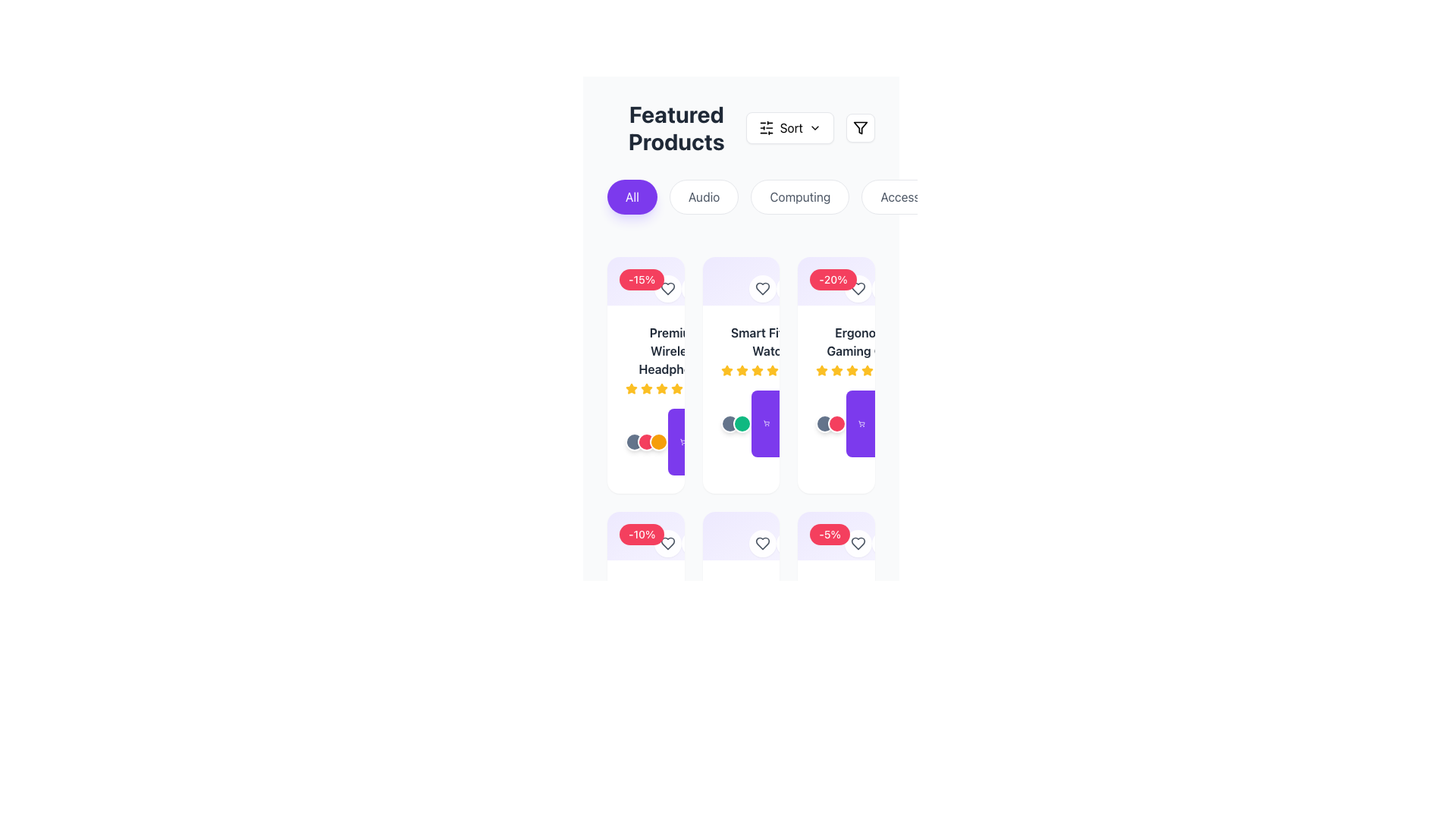 The width and height of the screenshot is (1456, 819). Describe the element at coordinates (757, 370) in the screenshot. I see `the visual representation of the second star icon (Rating Indicator) located under the 'Smart Fit Watch' product name` at that location.